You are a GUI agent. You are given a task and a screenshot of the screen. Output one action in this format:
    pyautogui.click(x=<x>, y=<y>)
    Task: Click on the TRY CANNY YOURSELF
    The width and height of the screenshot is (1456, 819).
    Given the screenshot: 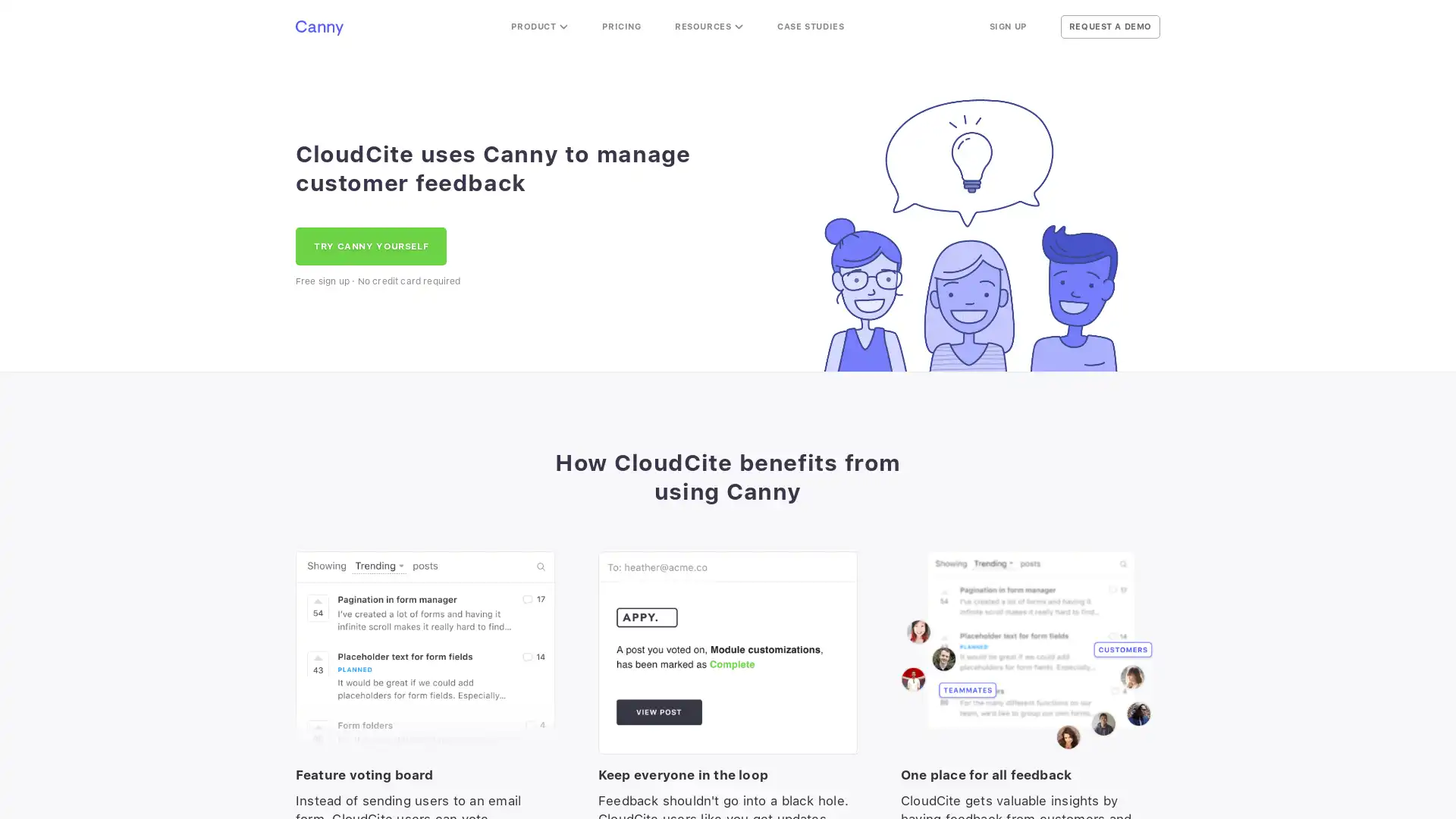 What is the action you would take?
    pyautogui.click(x=371, y=245)
    